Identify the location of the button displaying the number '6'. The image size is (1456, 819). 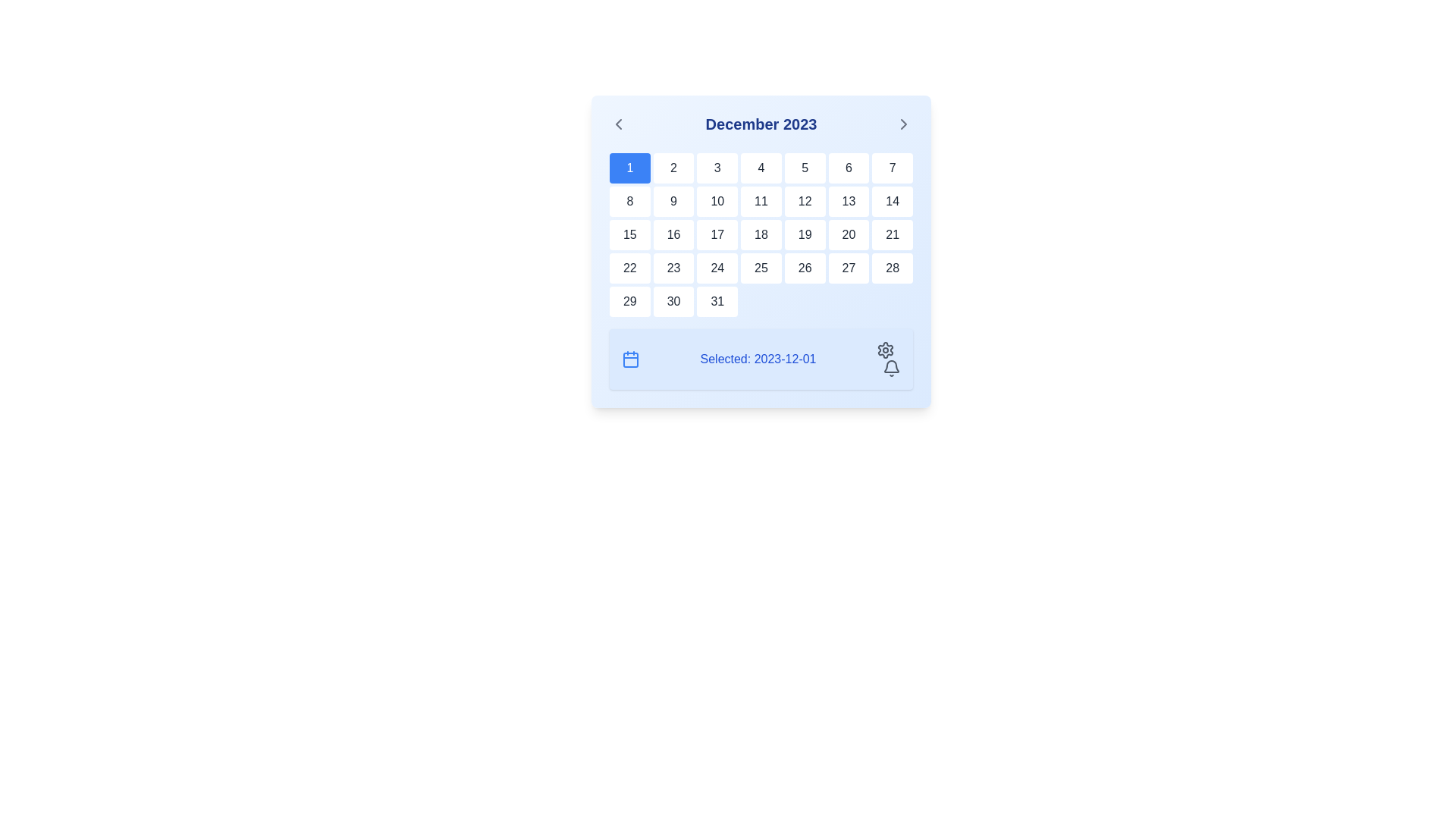
(848, 168).